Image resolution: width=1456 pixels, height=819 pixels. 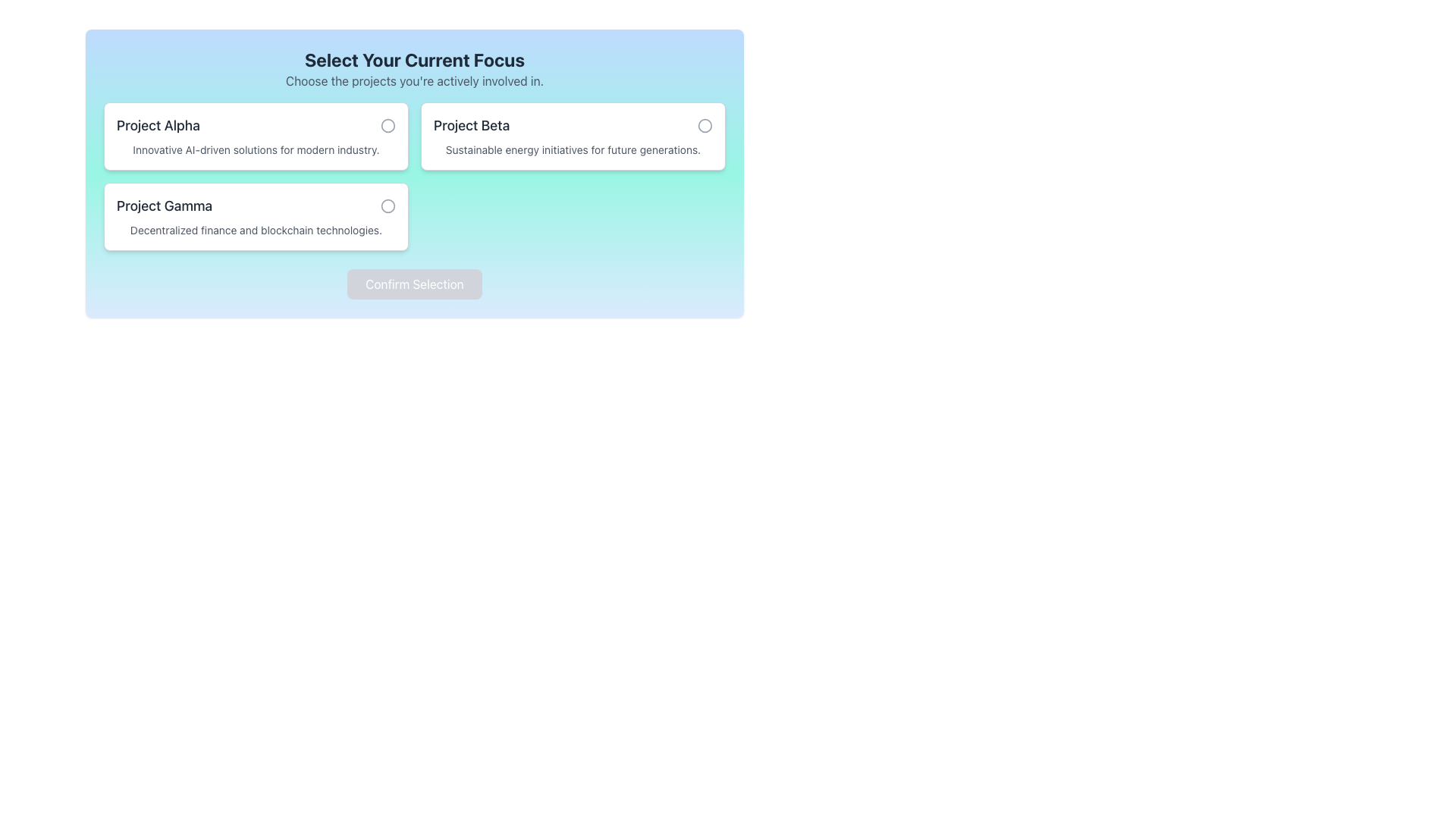 What do you see at coordinates (256, 216) in the screenshot?
I see `the Selection Card representing 'Project Gamma'` at bounding box center [256, 216].